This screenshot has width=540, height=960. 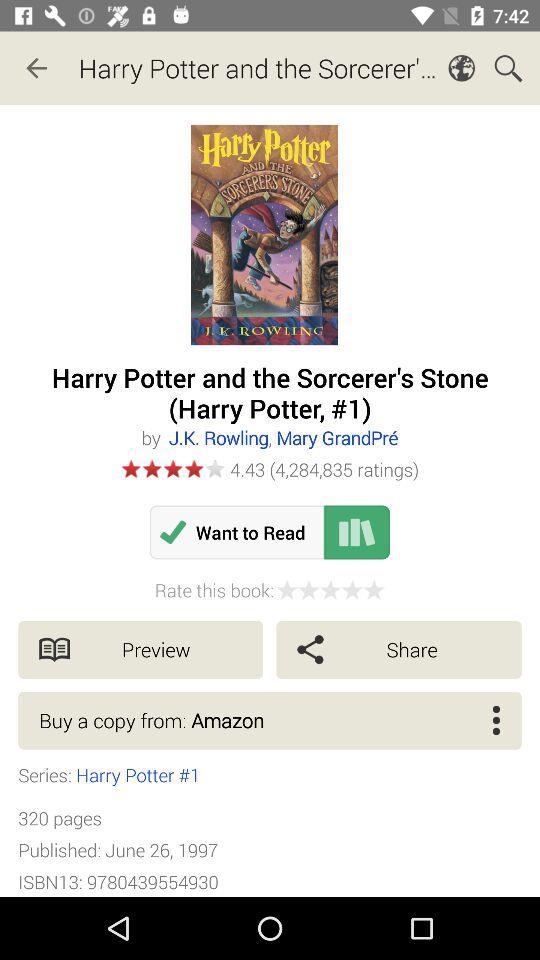 What do you see at coordinates (356, 531) in the screenshot?
I see `show all books that i want to read` at bounding box center [356, 531].